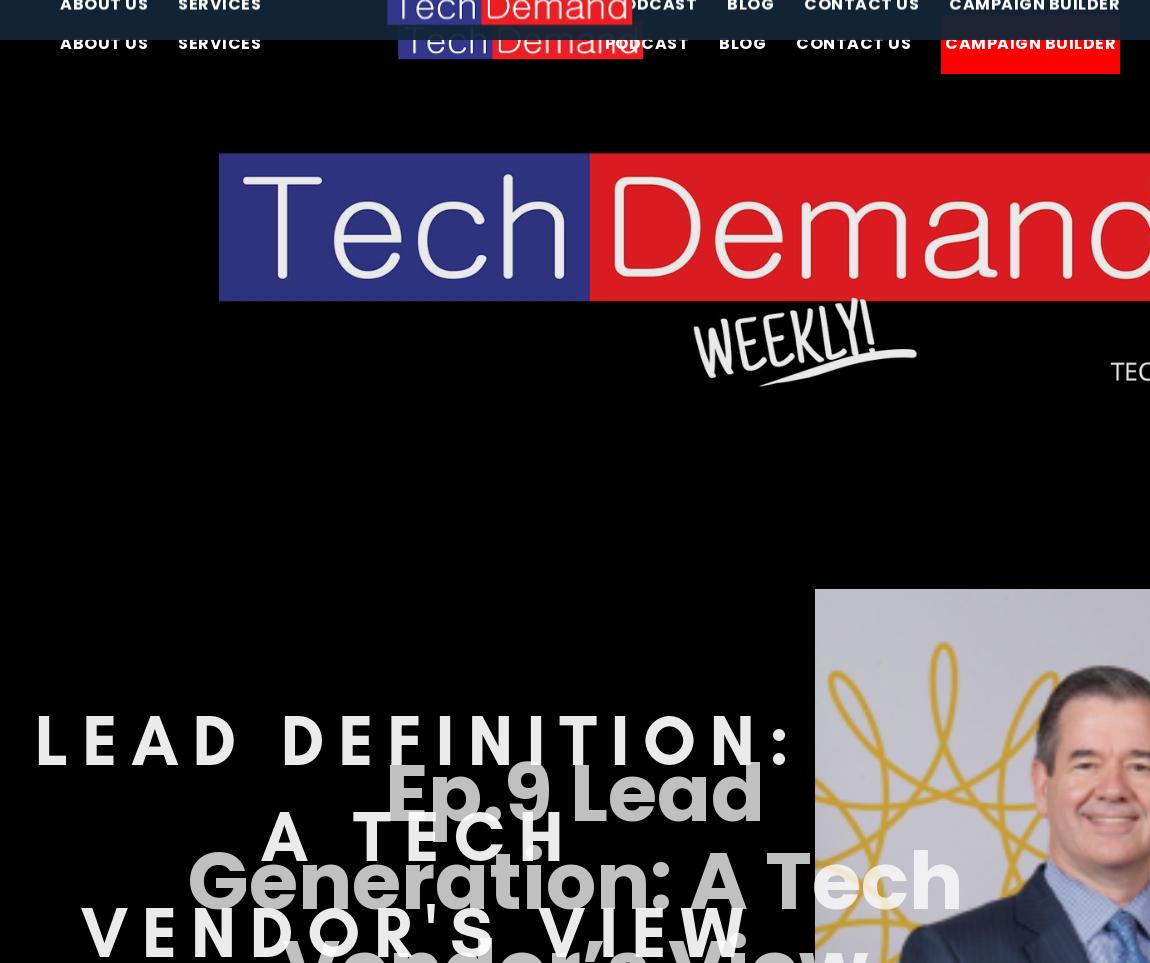 The width and height of the screenshot is (1150, 963). Describe the element at coordinates (645, 42) in the screenshot. I see `'Podcast'` at that location.